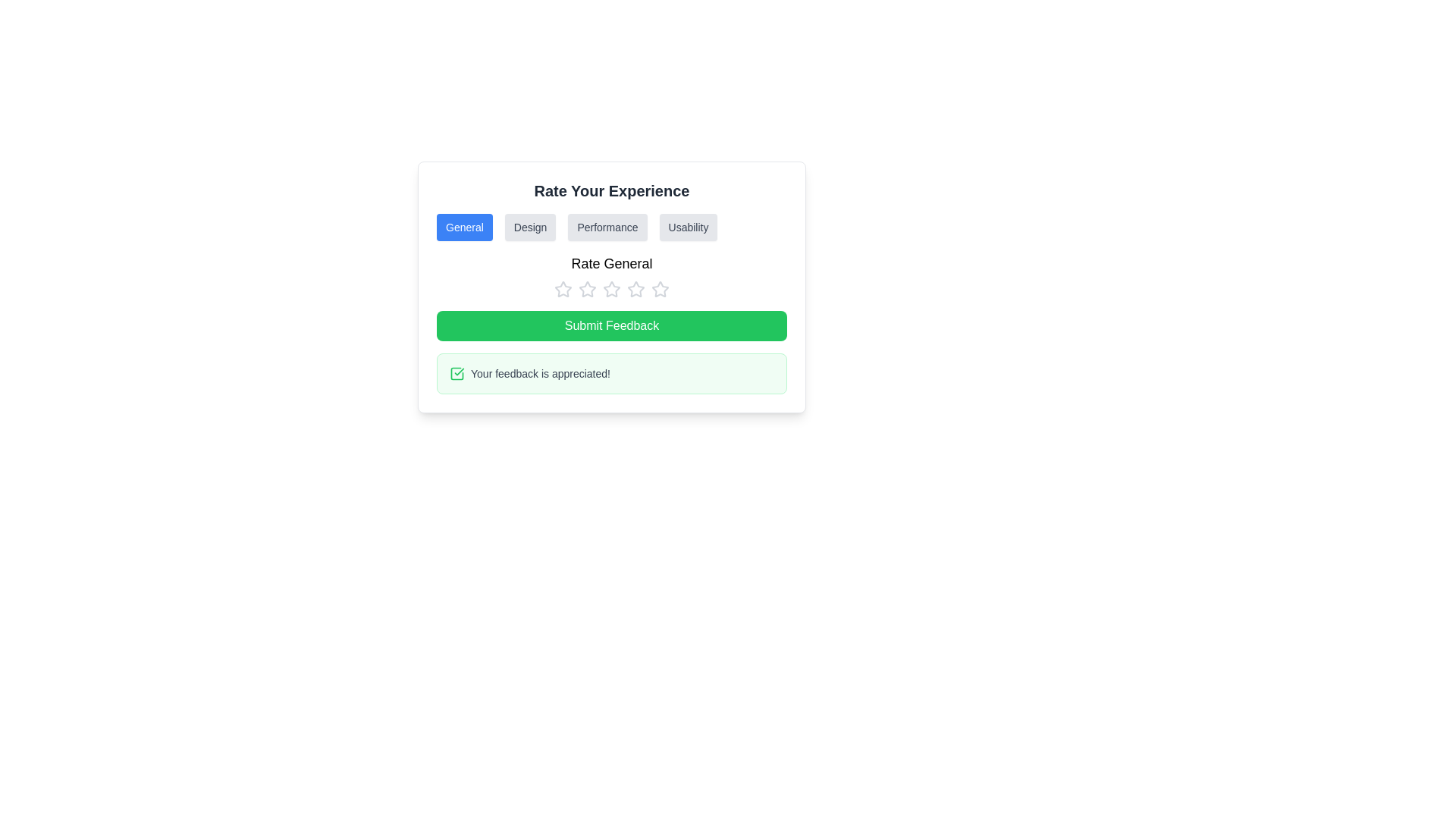 This screenshot has height=819, width=1456. Describe the element at coordinates (463, 227) in the screenshot. I see `the rectangular button labeled 'General' with a blue background` at that location.